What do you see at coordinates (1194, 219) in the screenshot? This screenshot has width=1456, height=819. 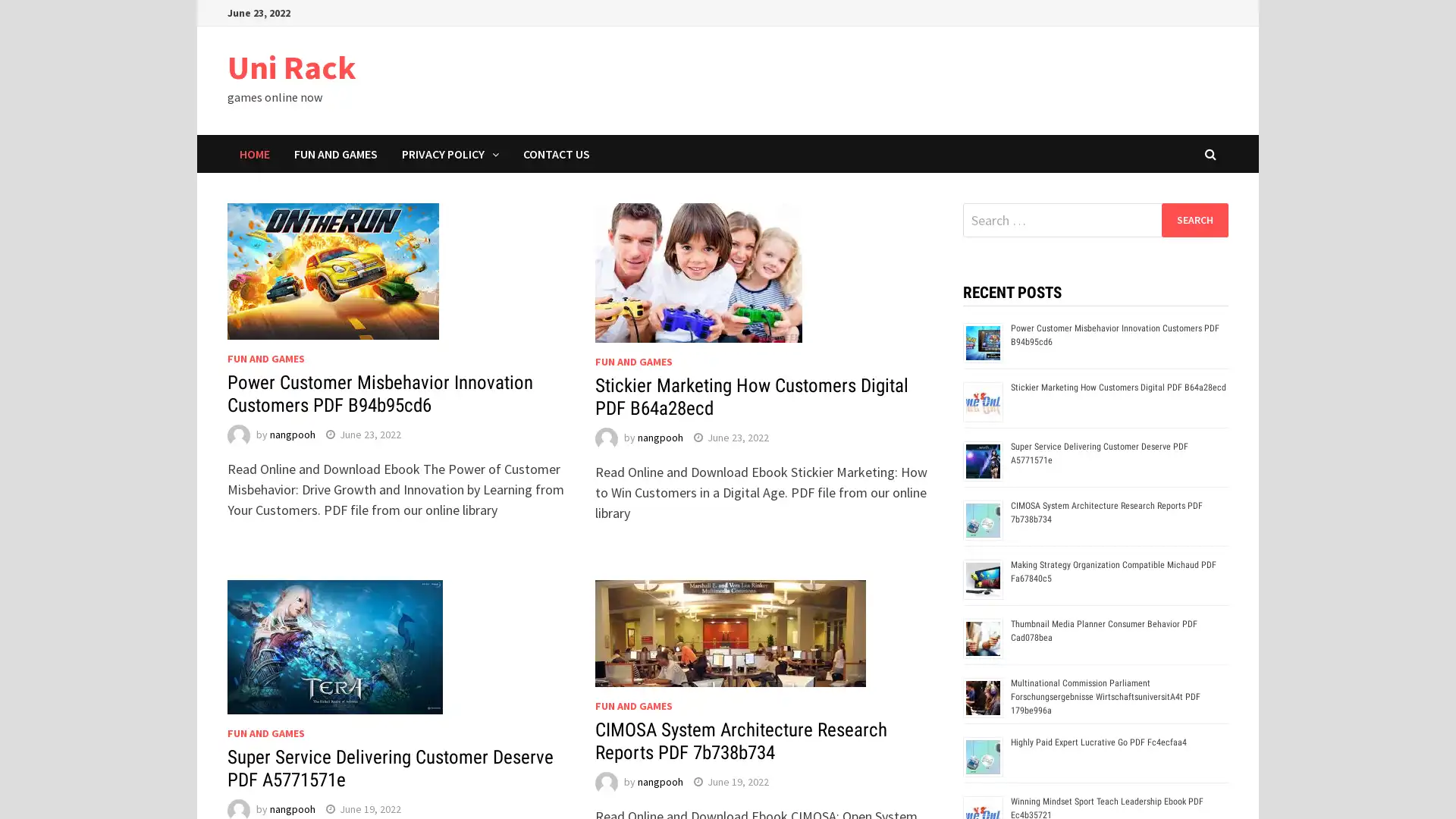 I see `Search` at bounding box center [1194, 219].